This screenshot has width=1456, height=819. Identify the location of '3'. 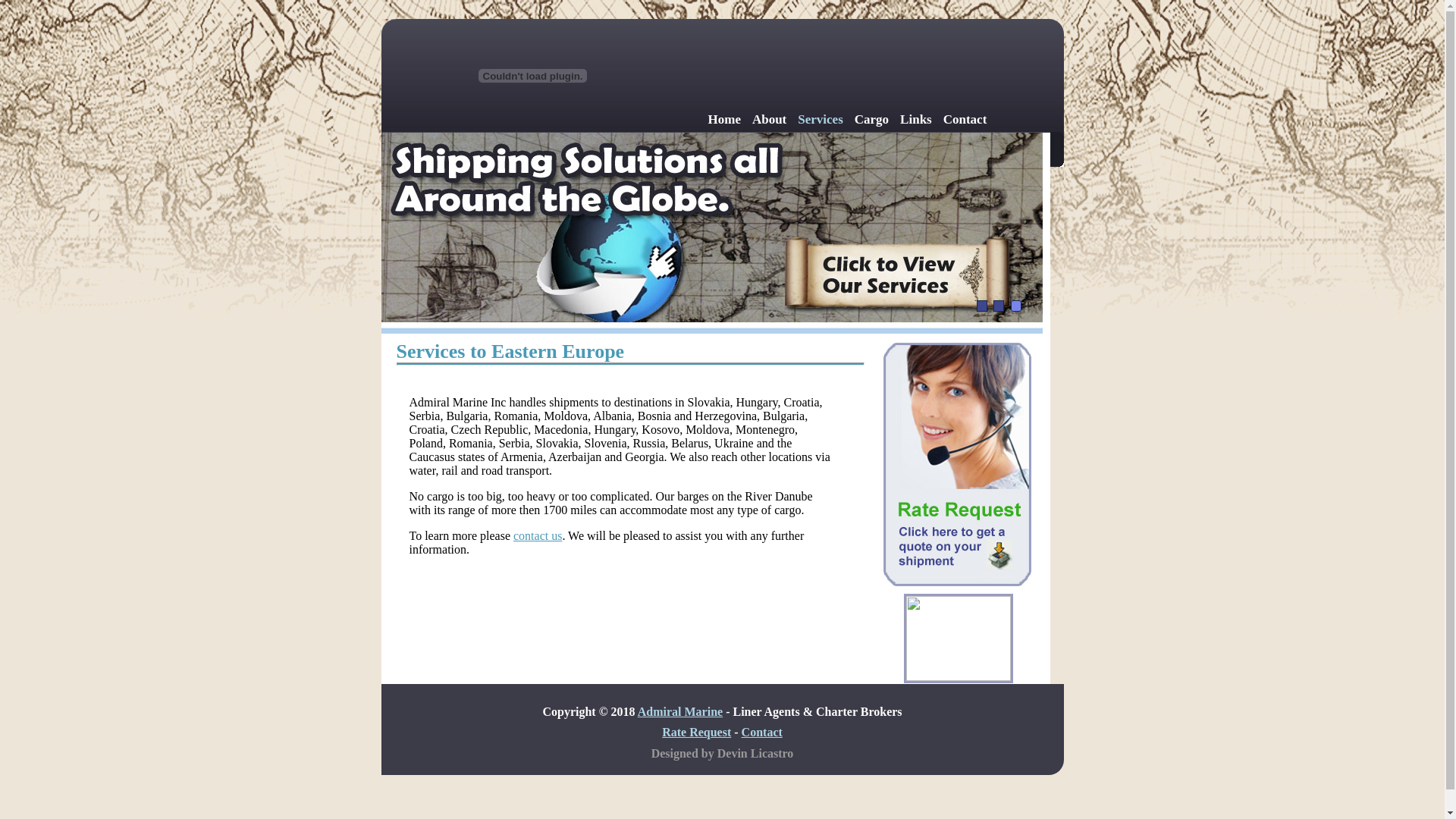
(1015, 306).